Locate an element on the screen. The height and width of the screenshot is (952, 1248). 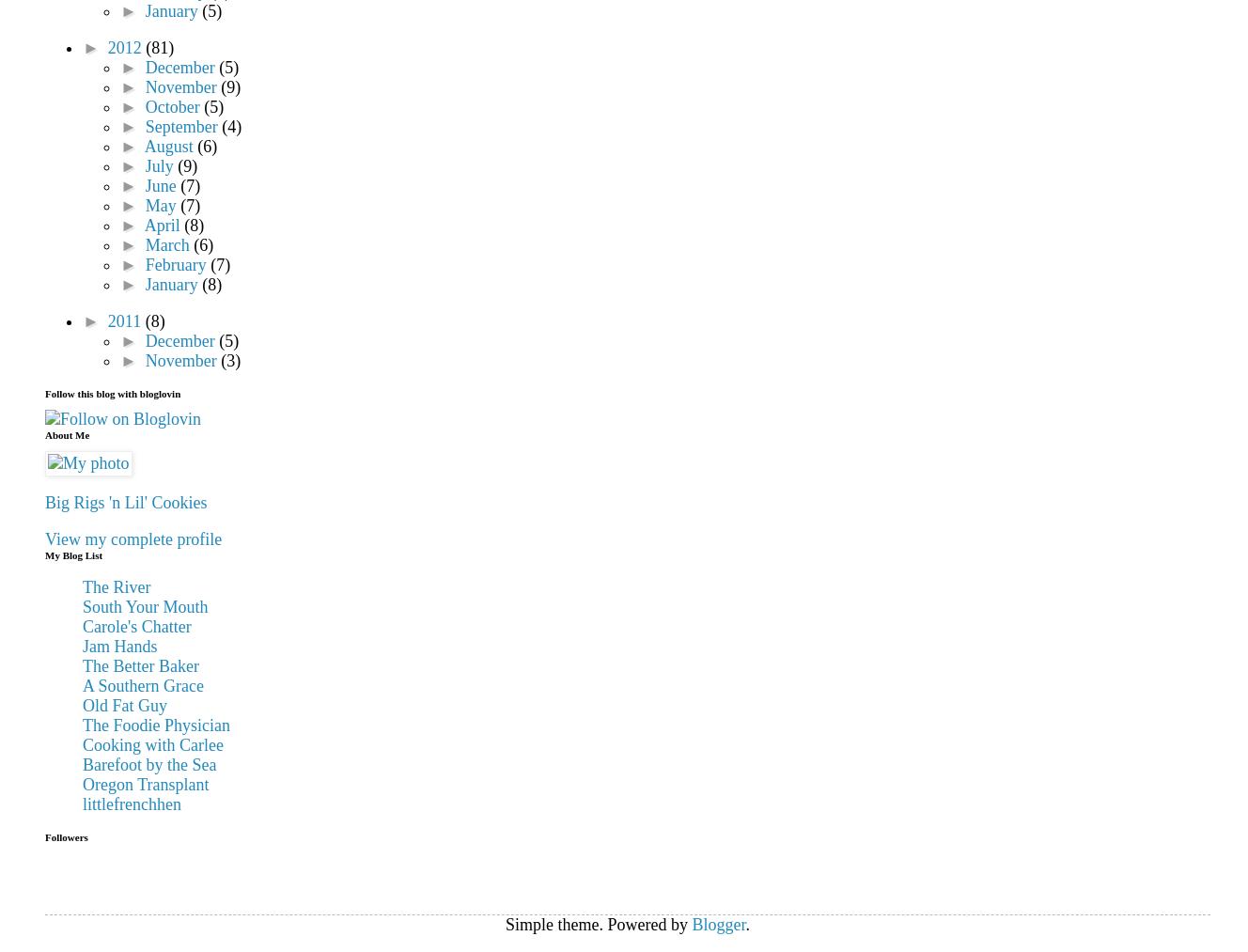
'Big Rigs 'n Lil' Cookies' is located at coordinates (124, 502).